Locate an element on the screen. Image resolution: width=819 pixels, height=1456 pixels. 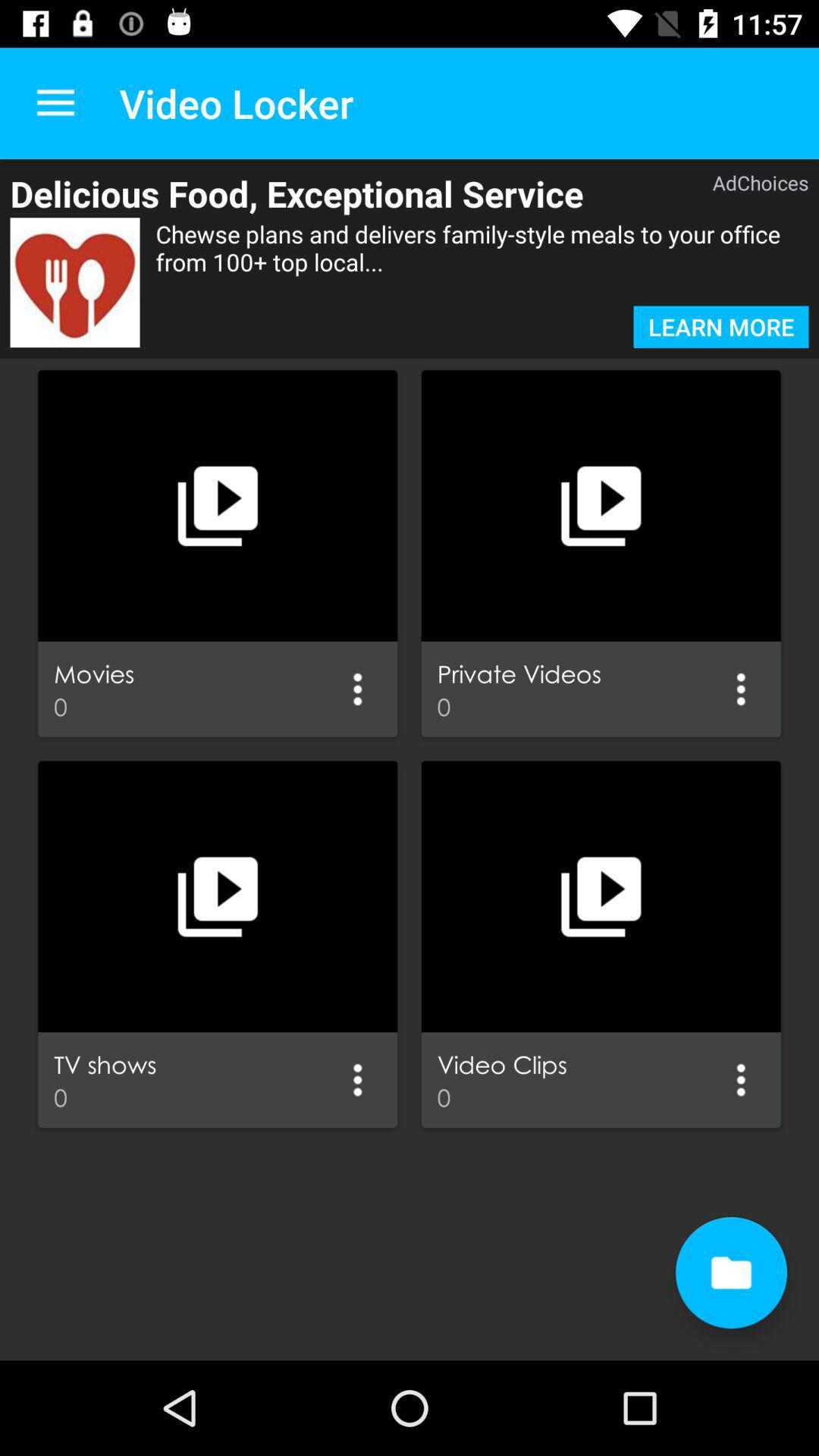
the app to the left of the video locker item is located at coordinates (55, 102).